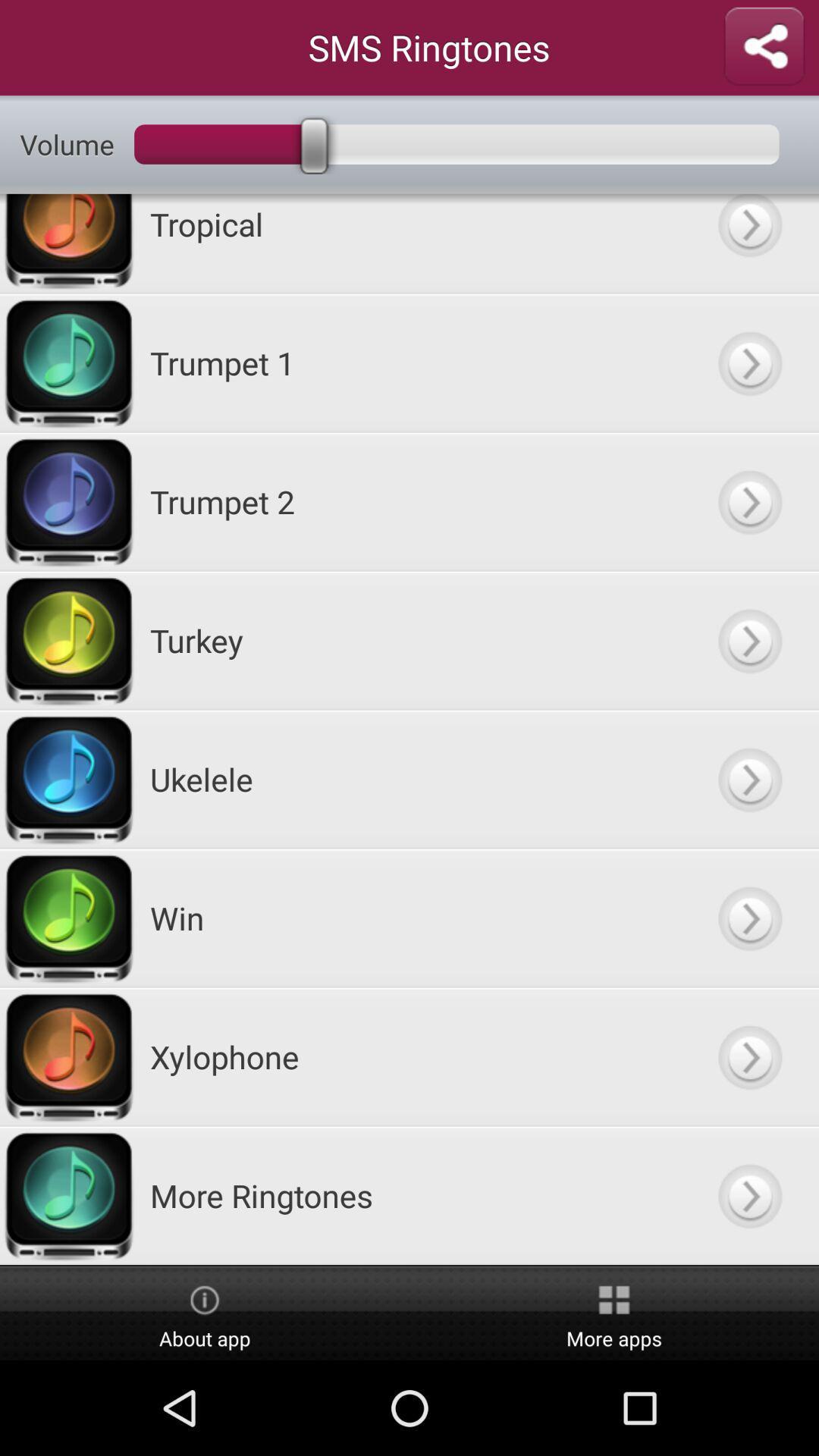 The height and width of the screenshot is (1456, 819). I want to click on open ukelele, so click(748, 779).